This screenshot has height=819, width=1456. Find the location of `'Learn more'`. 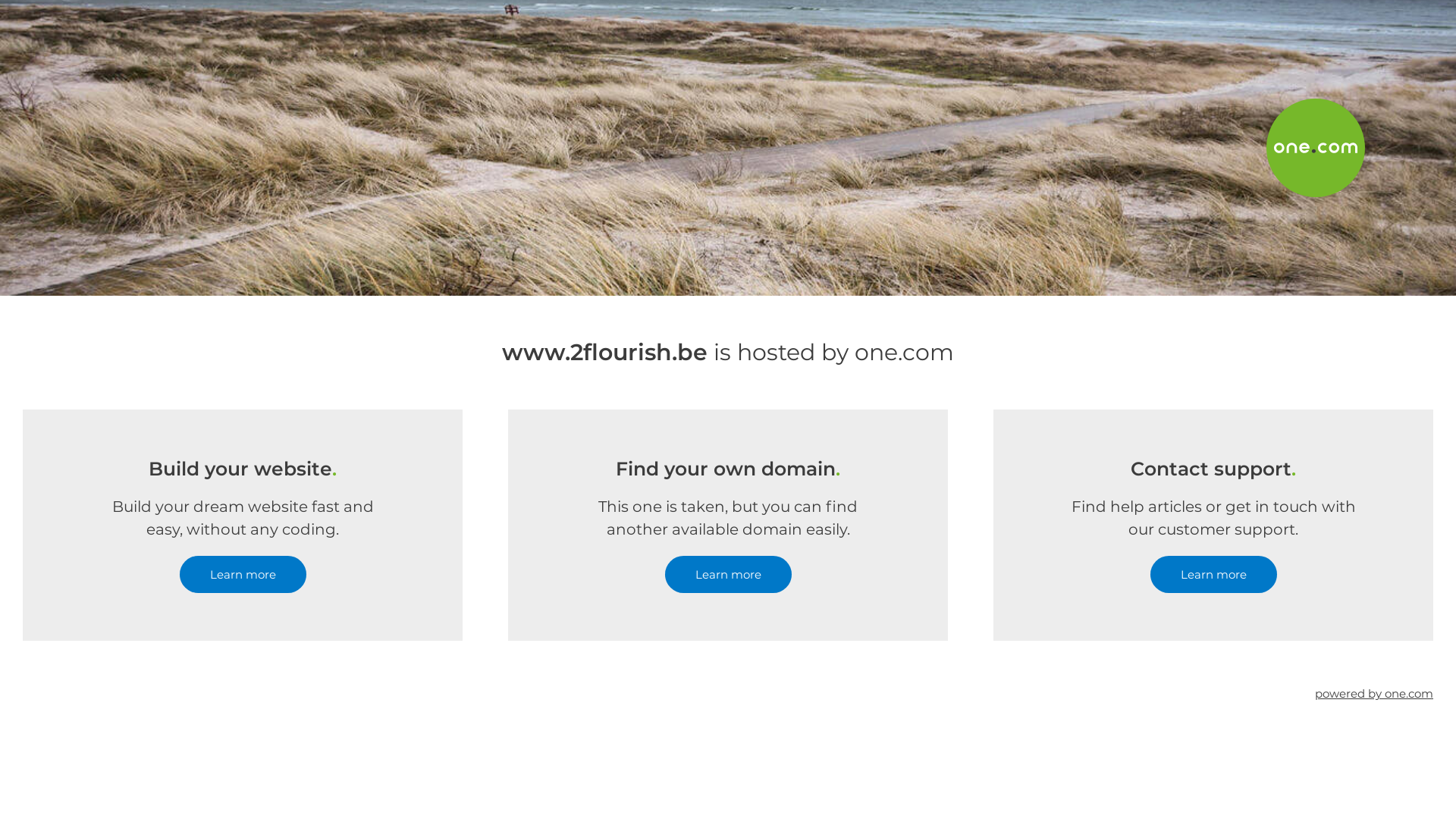

'Learn more' is located at coordinates (726, 574).